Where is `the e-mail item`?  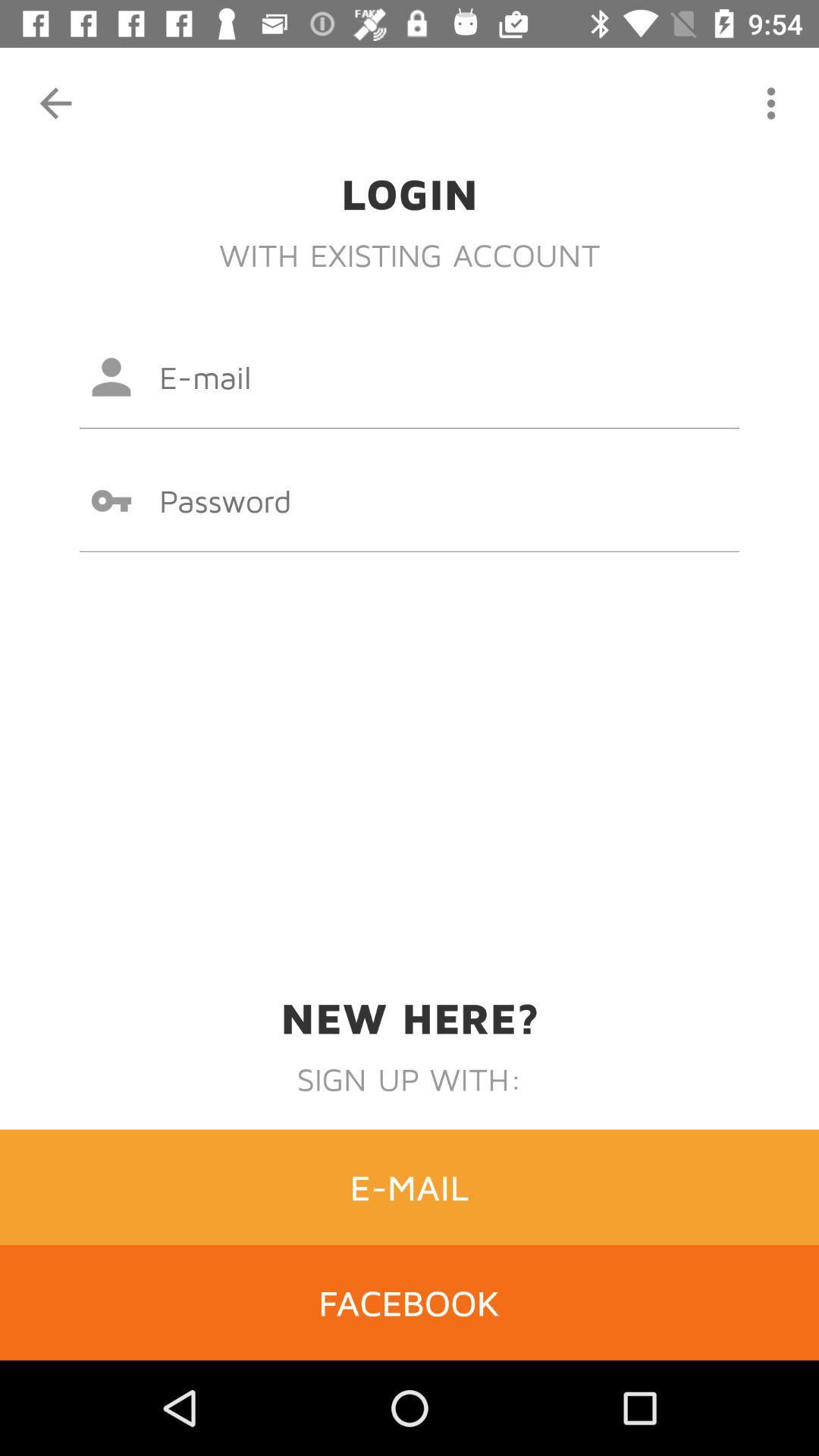 the e-mail item is located at coordinates (409, 1186).